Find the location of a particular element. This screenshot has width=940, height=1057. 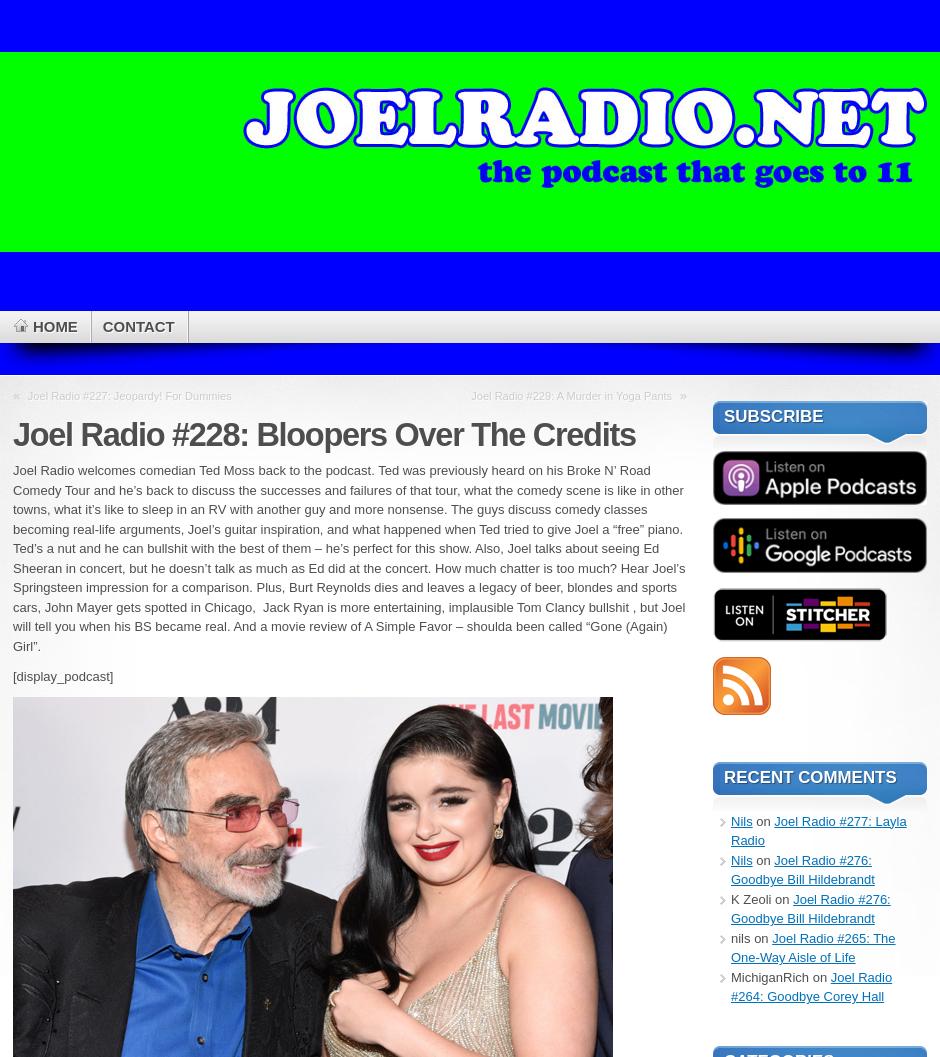

'Joel Radio #277: Layla Radio' is located at coordinates (818, 830).